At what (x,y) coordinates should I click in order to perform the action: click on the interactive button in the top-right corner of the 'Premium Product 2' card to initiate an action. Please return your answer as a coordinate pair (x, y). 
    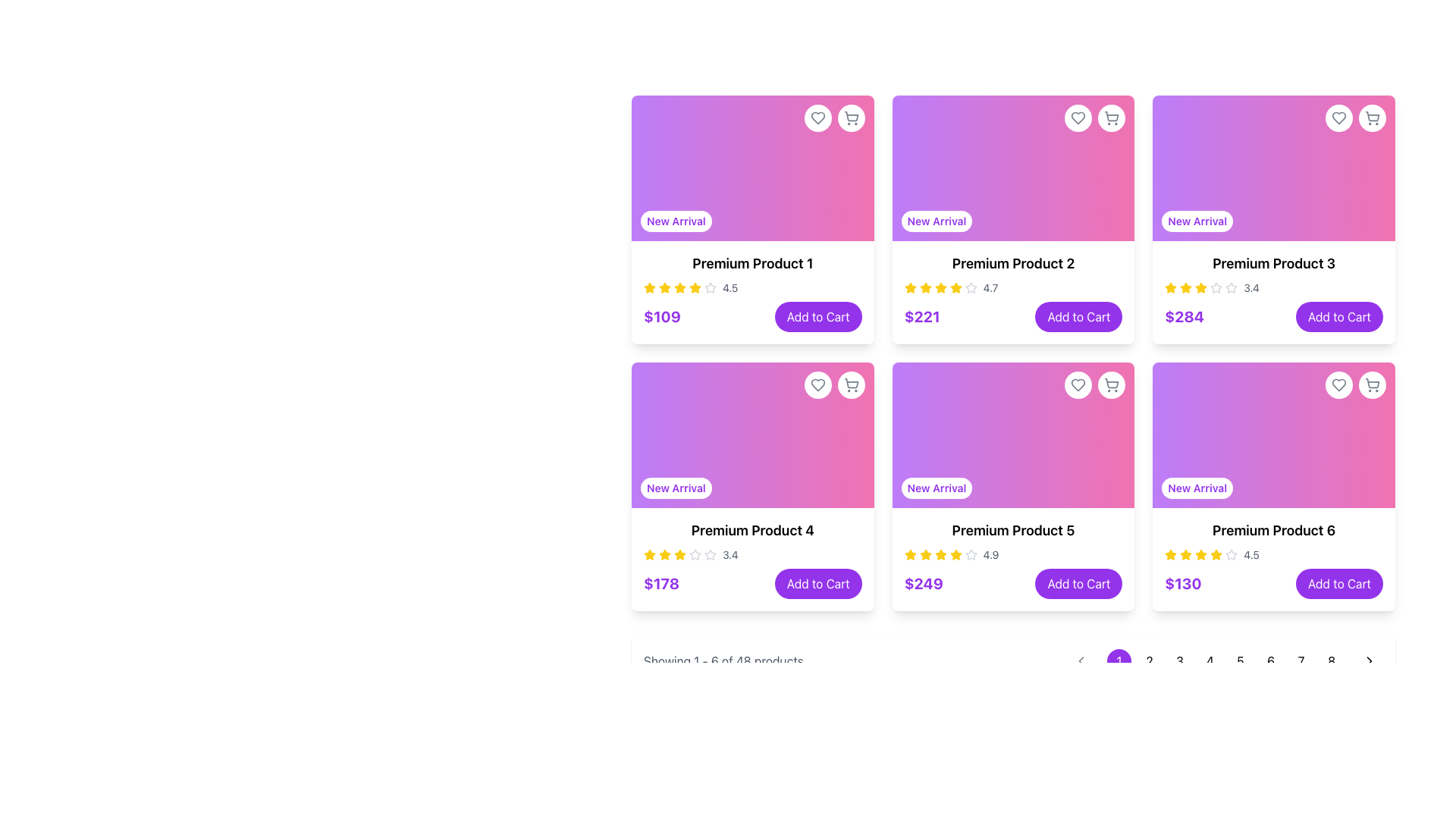
    Looking at the image, I should click on (1095, 117).